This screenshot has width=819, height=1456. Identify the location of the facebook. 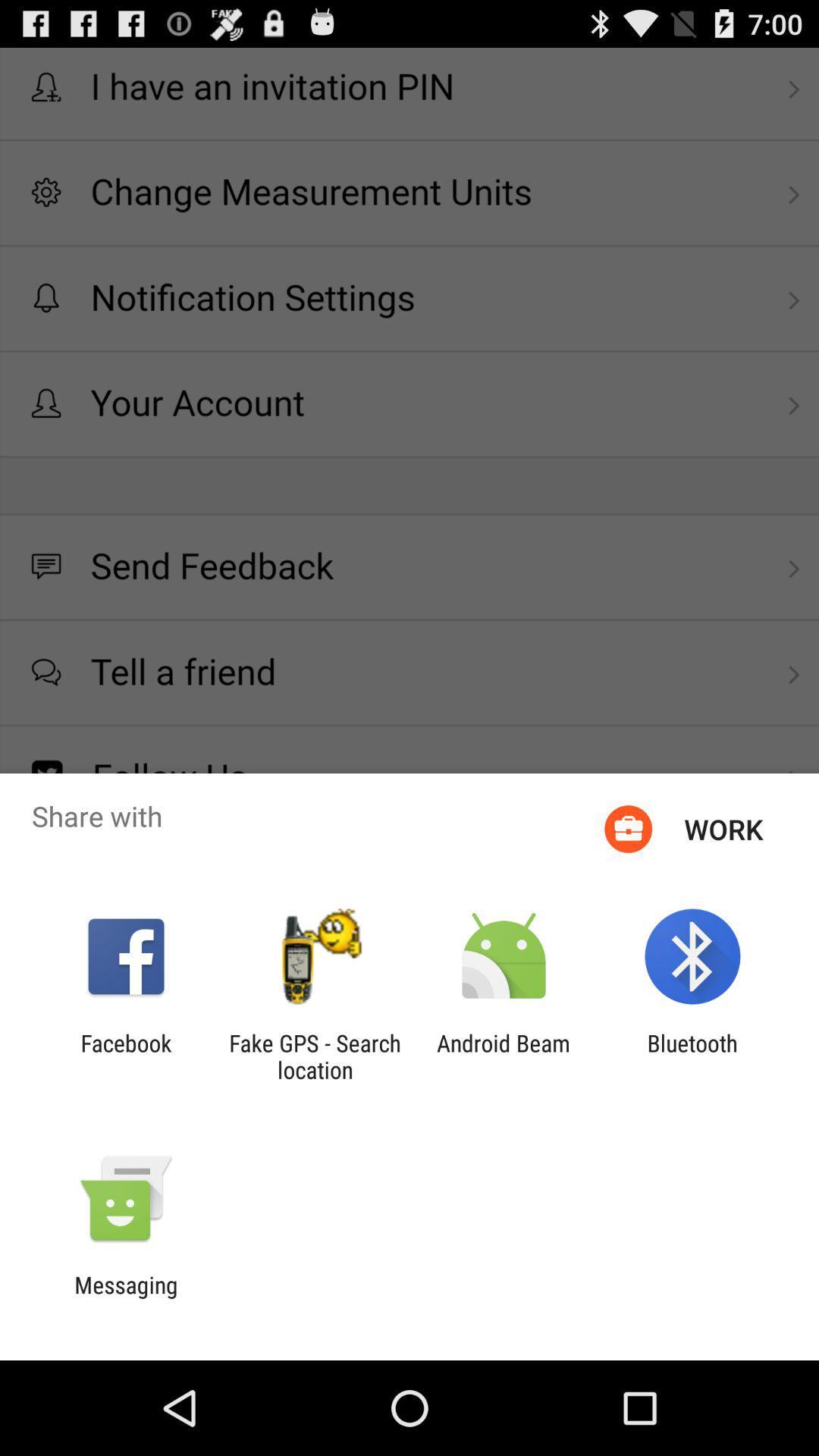
(125, 1056).